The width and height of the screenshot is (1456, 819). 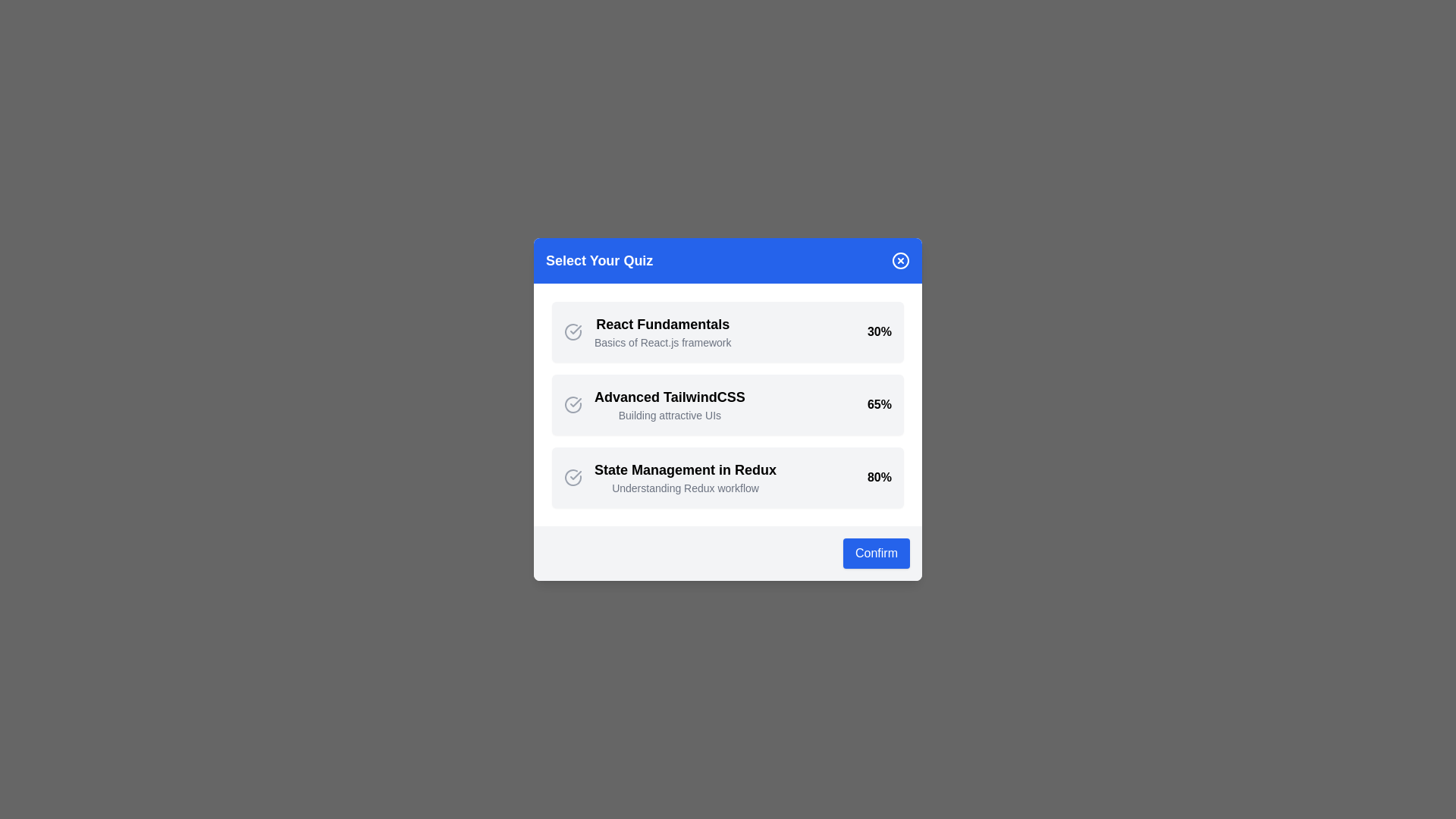 I want to click on the quiz item corresponding to State Management in Redux, so click(x=728, y=476).